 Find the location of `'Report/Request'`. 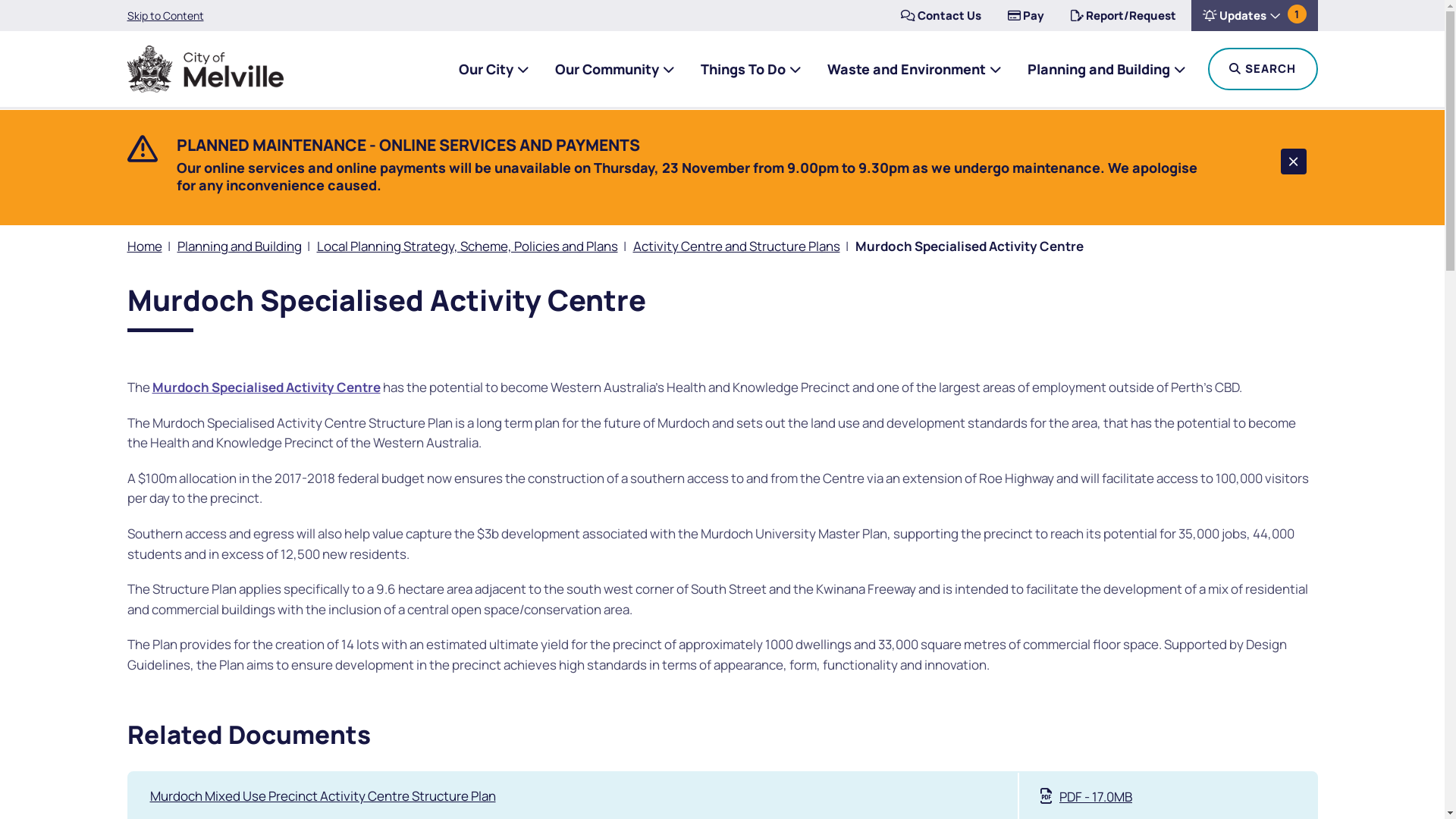

'Report/Request' is located at coordinates (1058, 15).